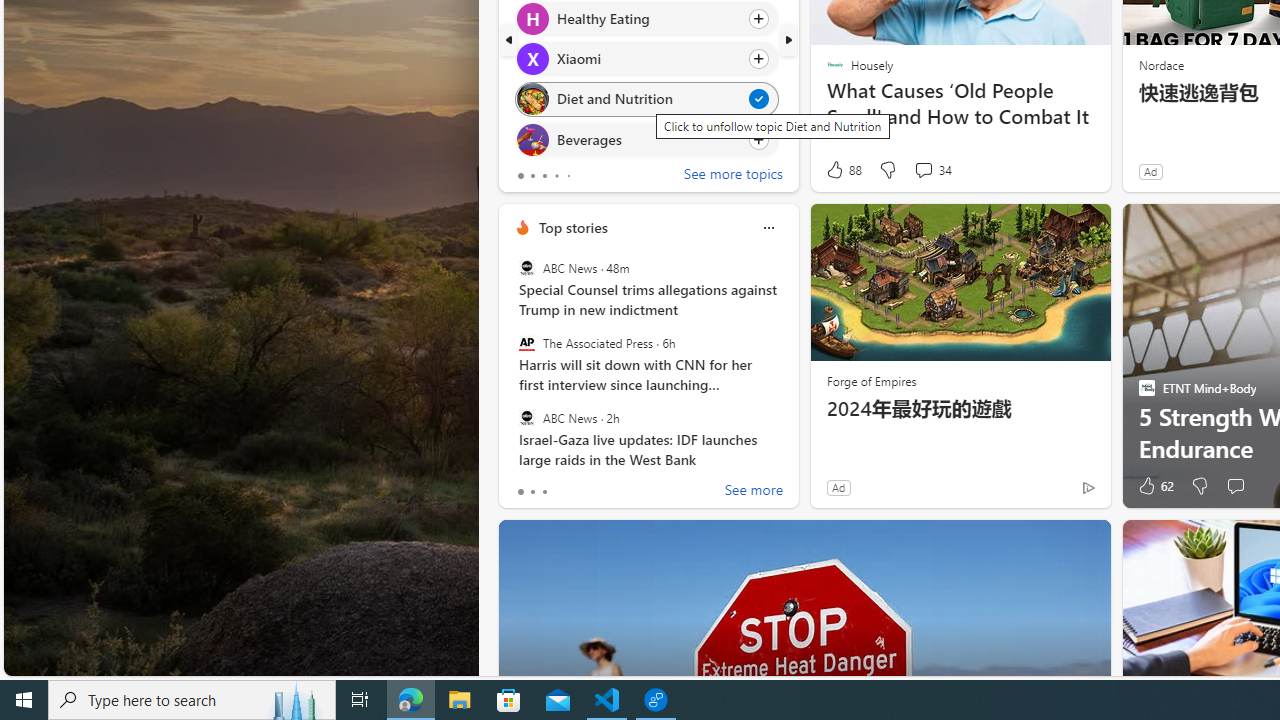 This screenshot has width=1280, height=720. Describe the element at coordinates (556, 175) in the screenshot. I see `'tab-3'` at that location.